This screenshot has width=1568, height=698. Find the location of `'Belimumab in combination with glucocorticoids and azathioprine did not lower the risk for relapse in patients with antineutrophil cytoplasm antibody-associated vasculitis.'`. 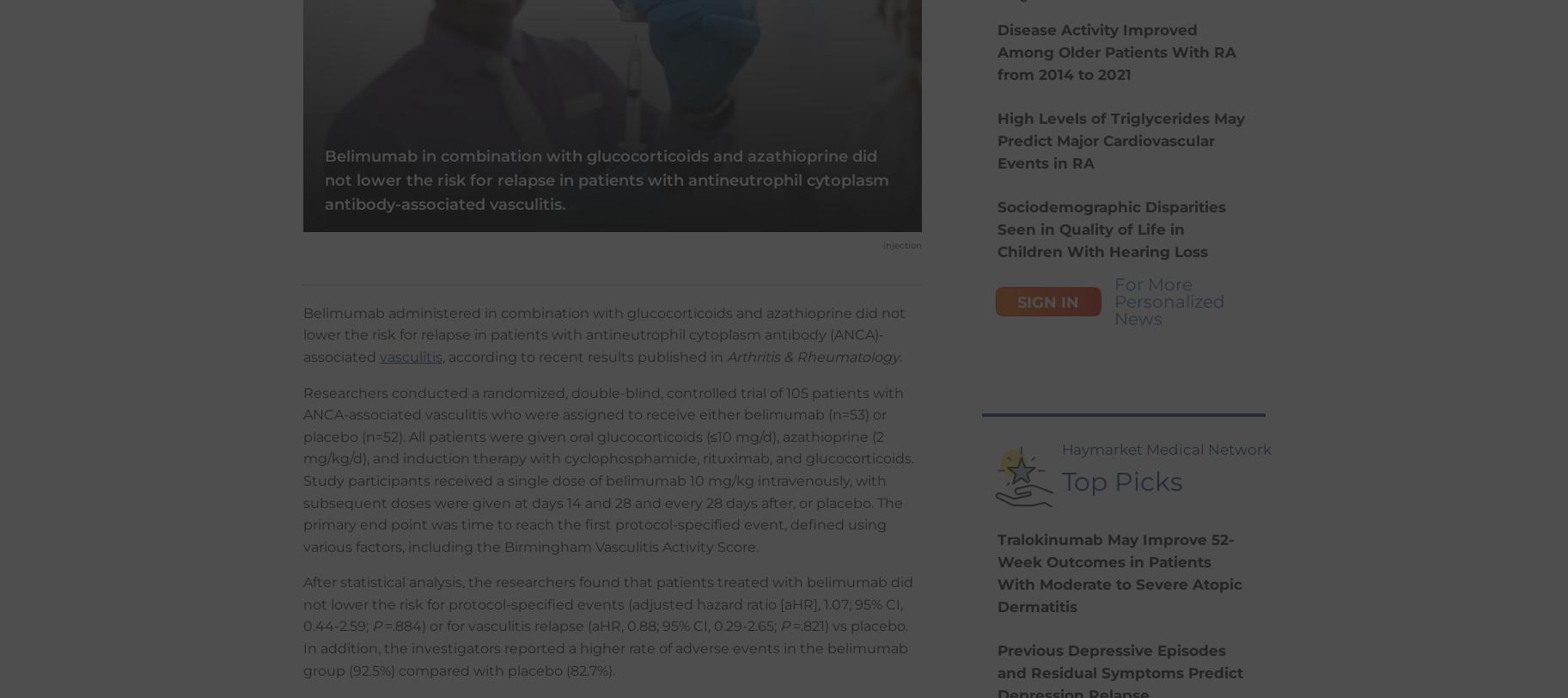

'Belimumab in combination with glucocorticoids and azathioprine did not lower the risk for relapse in patients with antineutrophil cytoplasm antibody-associated vasculitis.' is located at coordinates (606, 180).